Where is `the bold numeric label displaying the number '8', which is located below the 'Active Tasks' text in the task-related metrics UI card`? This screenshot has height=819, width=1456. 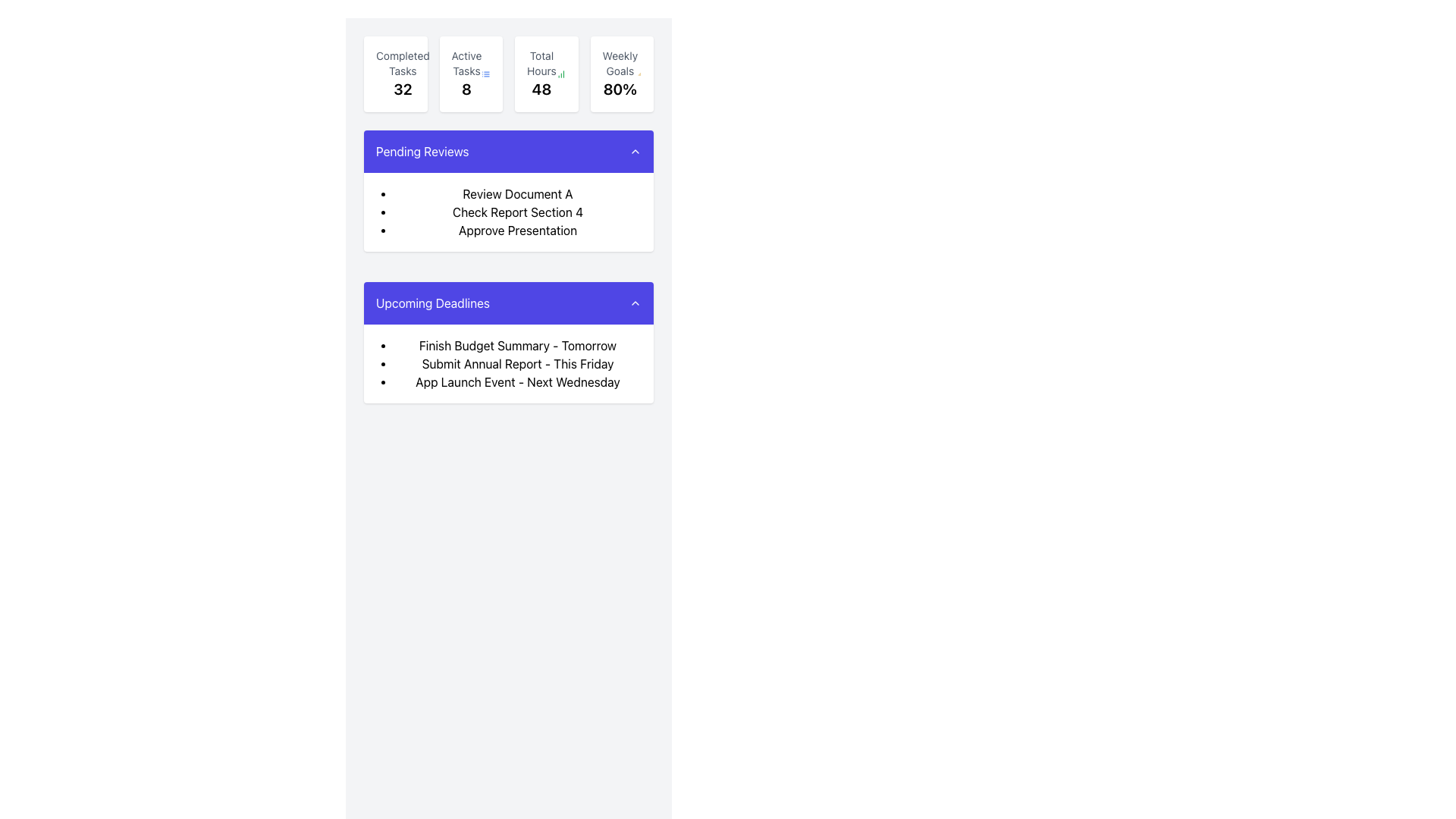
the bold numeric label displaying the number '8', which is located below the 'Active Tasks' text in the task-related metrics UI card is located at coordinates (466, 89).